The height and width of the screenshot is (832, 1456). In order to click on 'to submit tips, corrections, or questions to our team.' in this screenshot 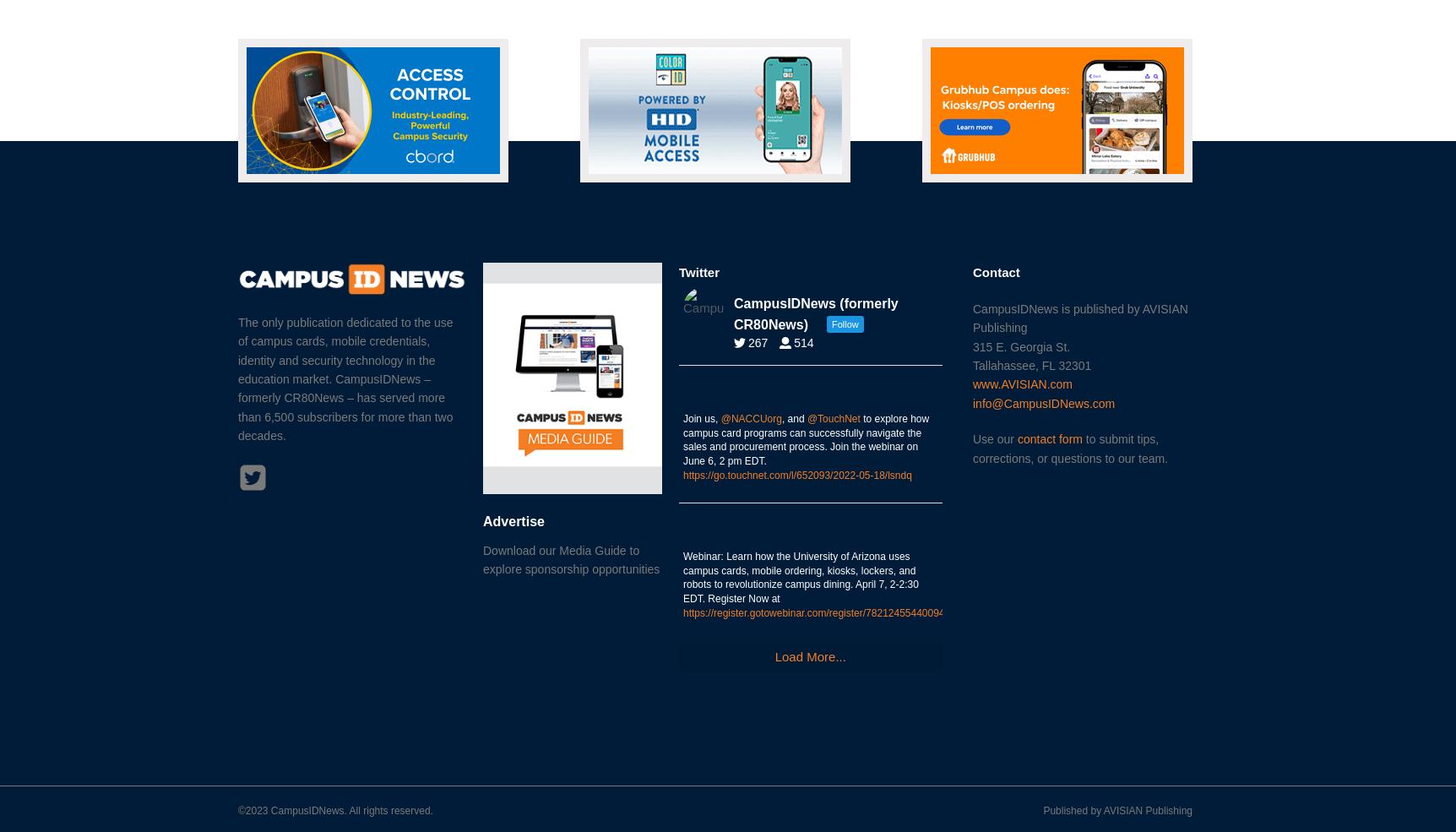, I will do `click(1069, 449)`.